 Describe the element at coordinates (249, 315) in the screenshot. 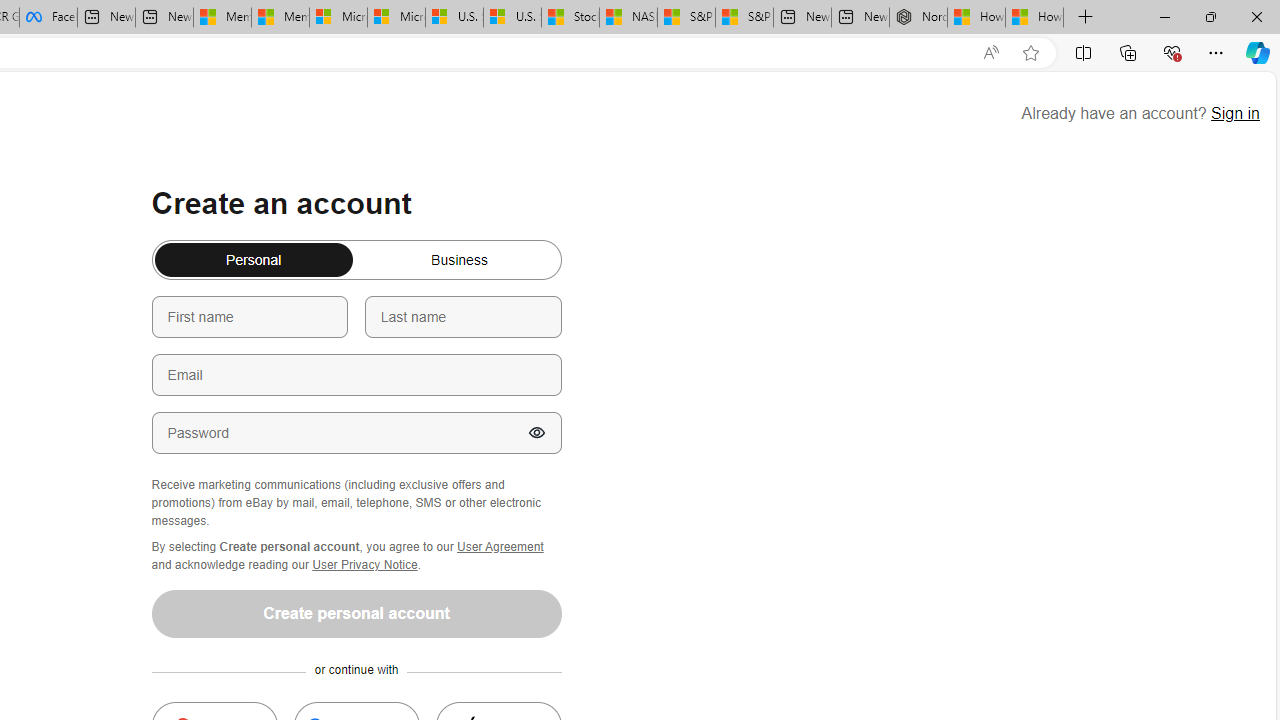

I see `'First name'` at that location.